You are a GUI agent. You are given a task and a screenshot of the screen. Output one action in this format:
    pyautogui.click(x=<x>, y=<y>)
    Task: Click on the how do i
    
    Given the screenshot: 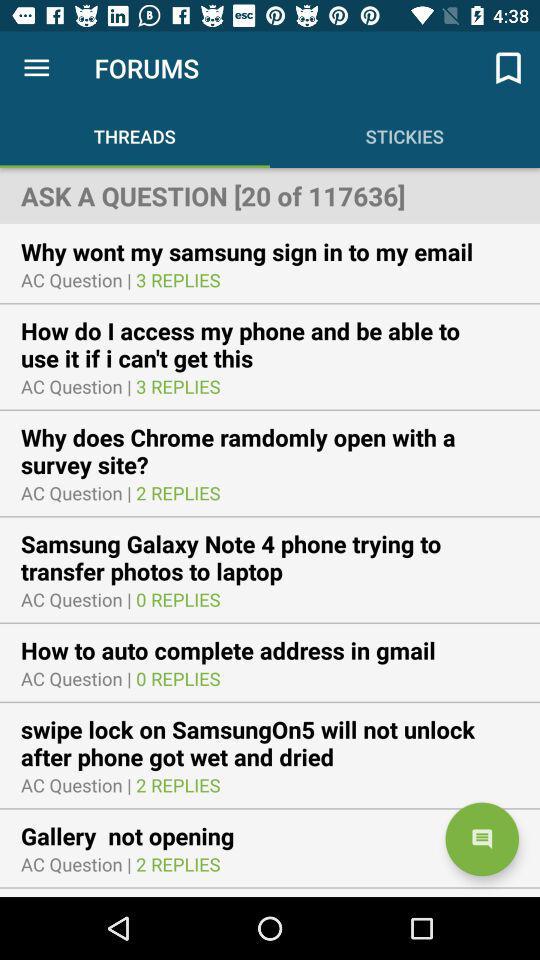 What is the action you would take?
    pyautogui.click(x=270, y=344)
    